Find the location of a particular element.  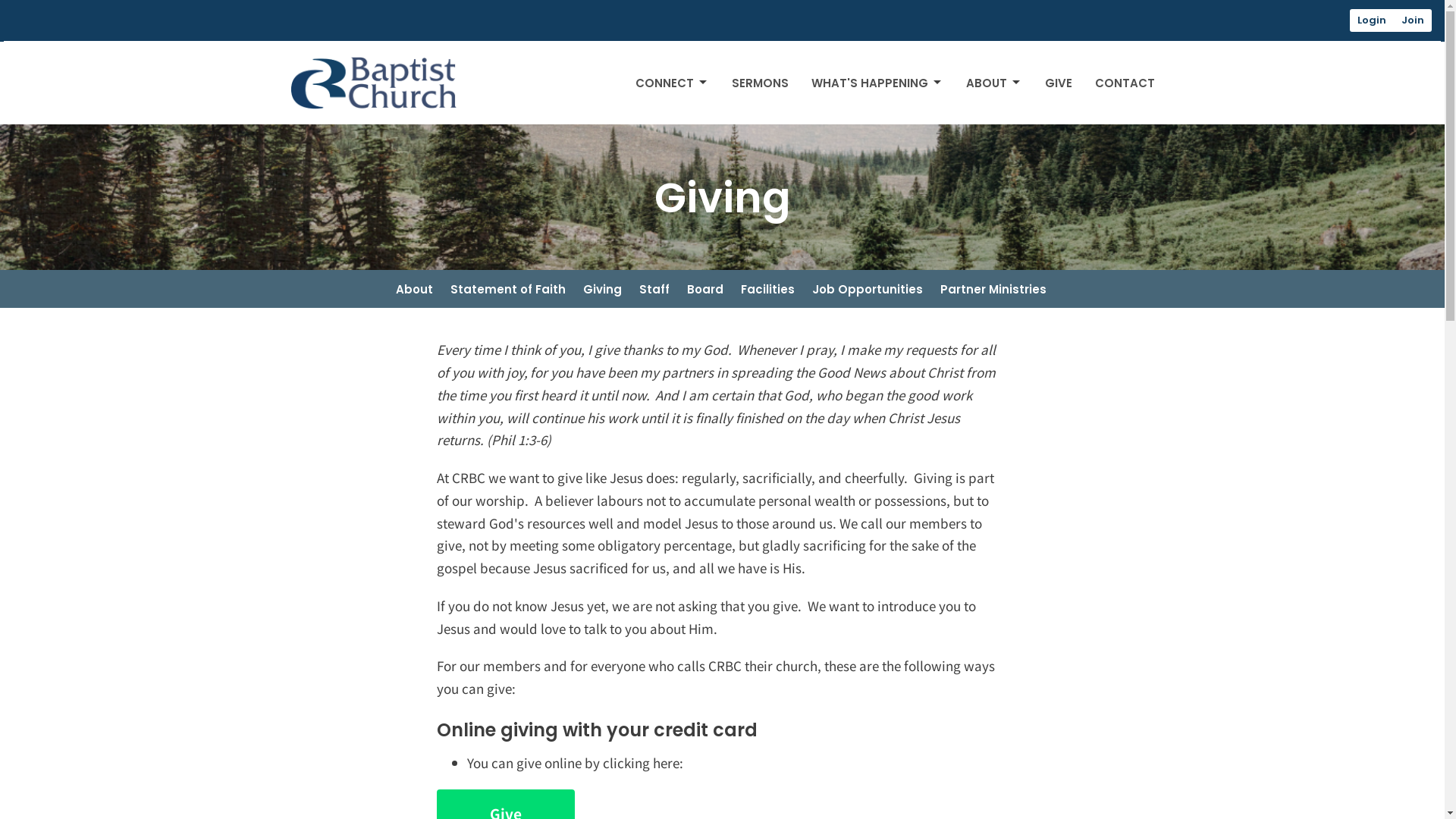

'Staff' is located at coordinates (654, 289).